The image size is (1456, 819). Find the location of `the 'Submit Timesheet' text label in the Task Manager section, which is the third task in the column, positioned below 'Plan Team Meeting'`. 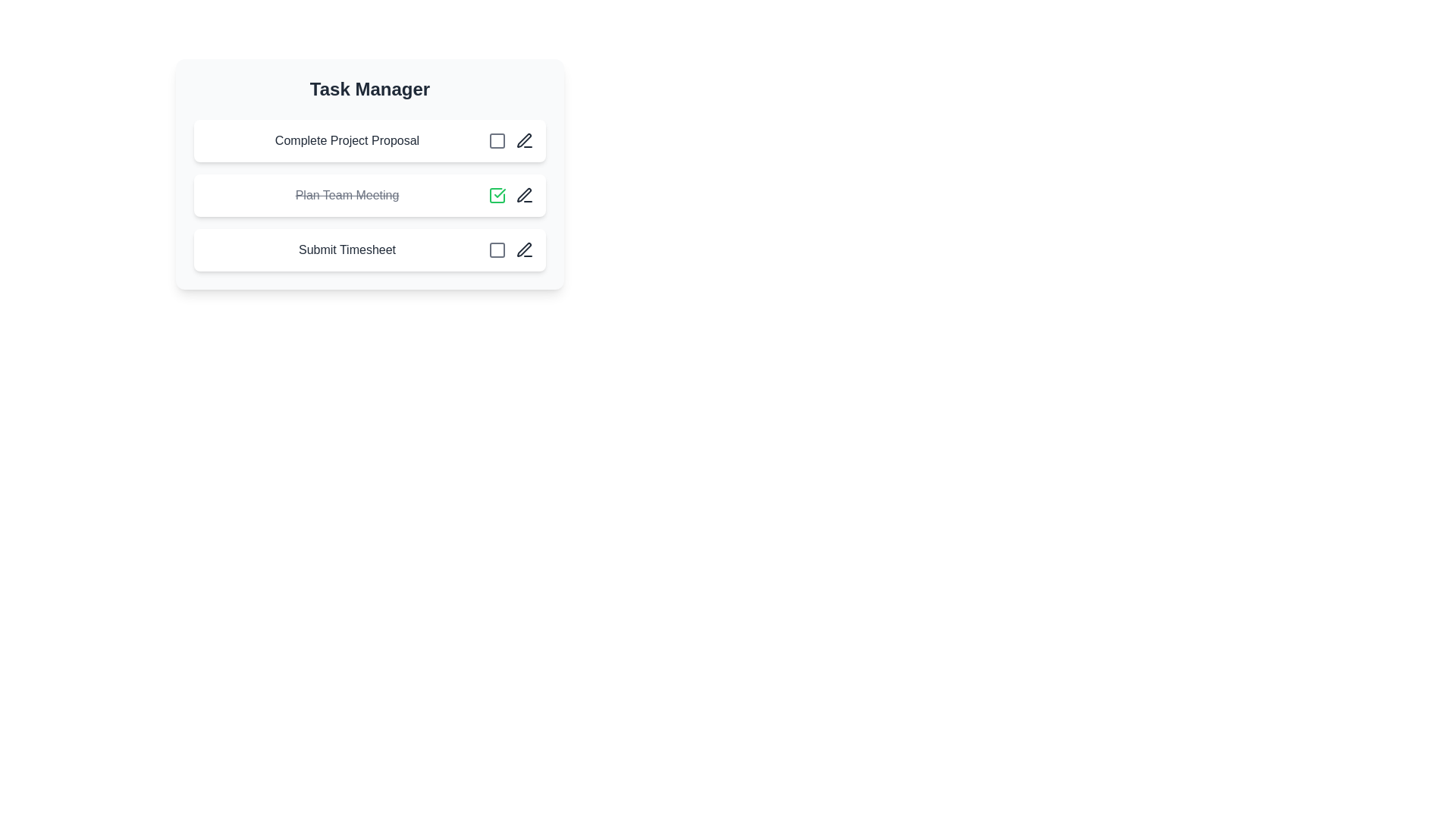

the 'Submit Timesheet' text label in the Task Manager section, which is the third task in the column, positioned below 'Plan Team Meeting' is located at coordinates (346, 249).